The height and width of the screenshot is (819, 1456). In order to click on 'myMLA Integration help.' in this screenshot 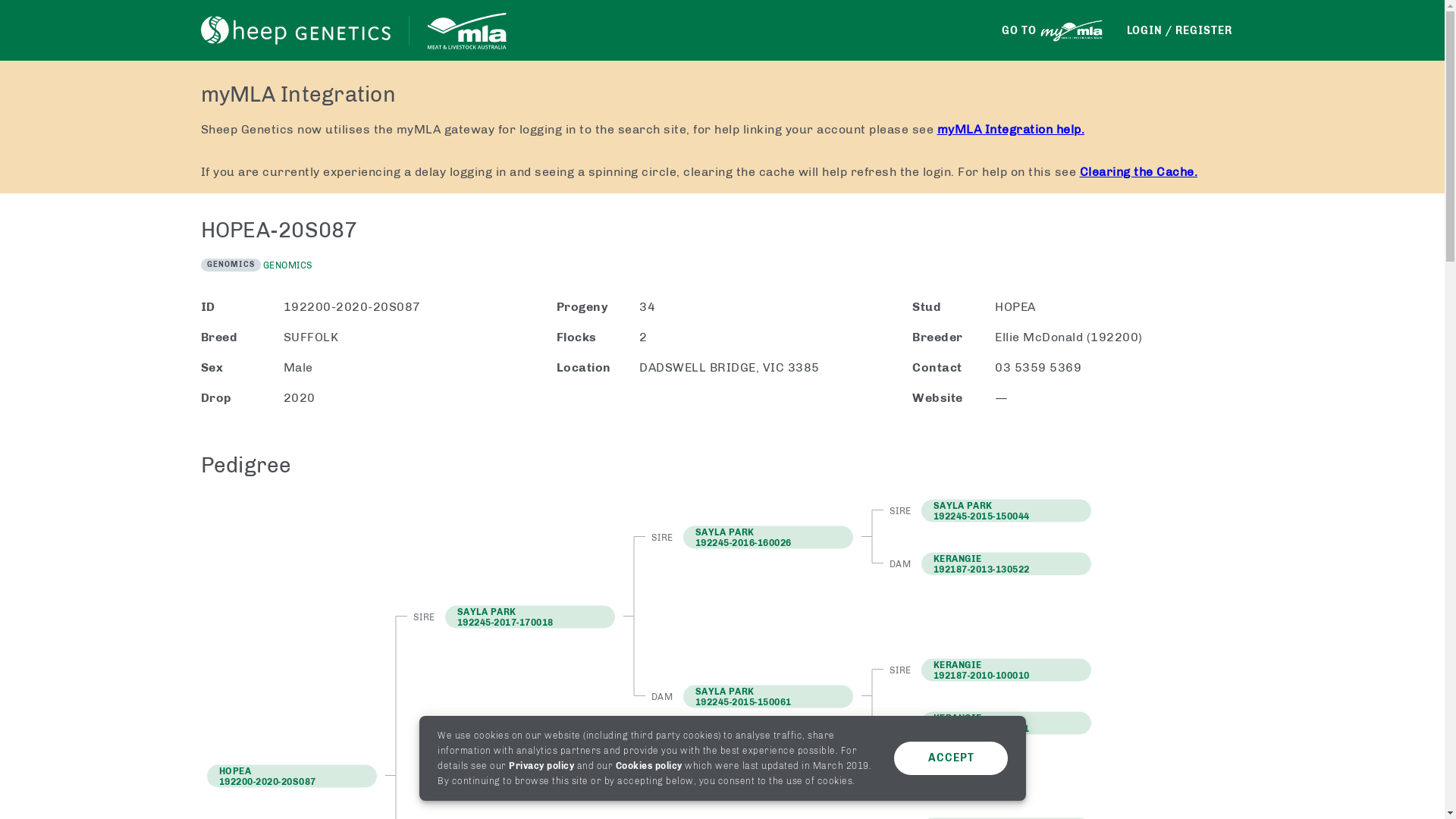, I will do `click(1011, 127)`.